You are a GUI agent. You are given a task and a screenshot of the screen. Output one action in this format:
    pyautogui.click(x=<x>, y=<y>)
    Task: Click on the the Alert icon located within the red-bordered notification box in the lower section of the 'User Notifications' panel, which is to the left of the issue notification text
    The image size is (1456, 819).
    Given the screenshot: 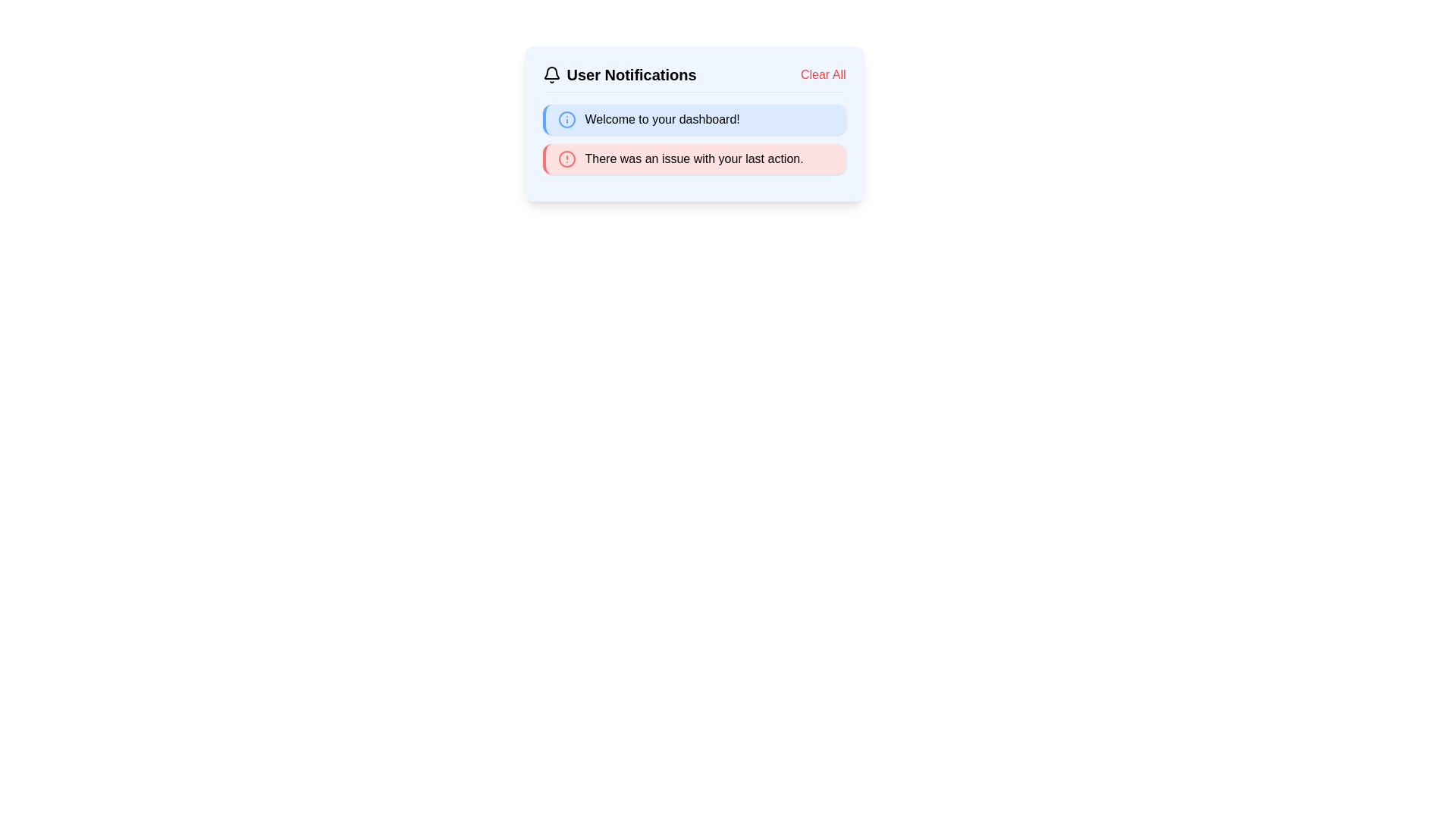 What is the action you would take?
    pyautogui.click(x=566, y=158)
    